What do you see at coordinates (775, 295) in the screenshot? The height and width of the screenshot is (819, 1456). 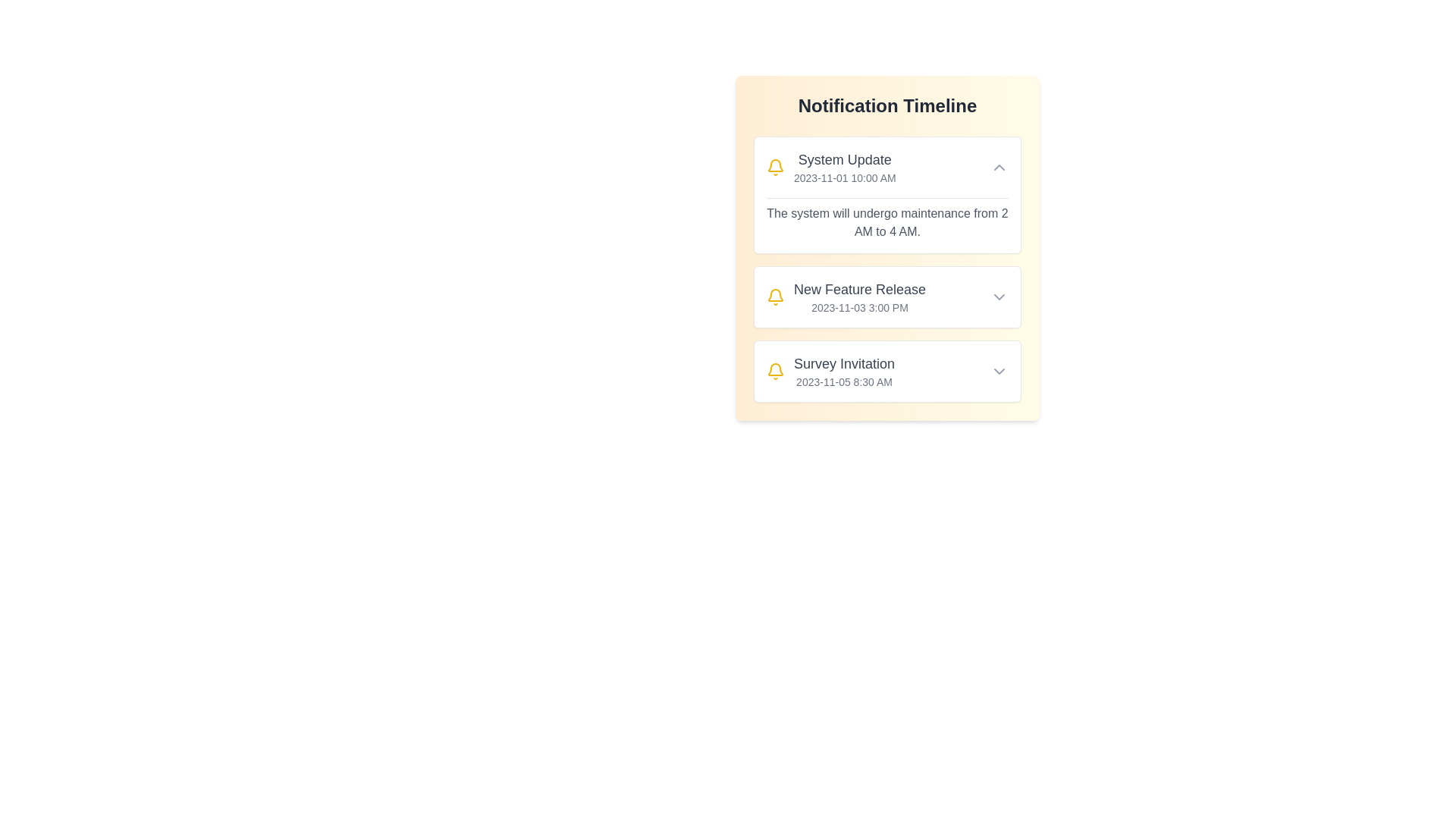 I see `the notification icon located to the left of the text content in the second component of the notification timeline` at bounding box center [775, 295].